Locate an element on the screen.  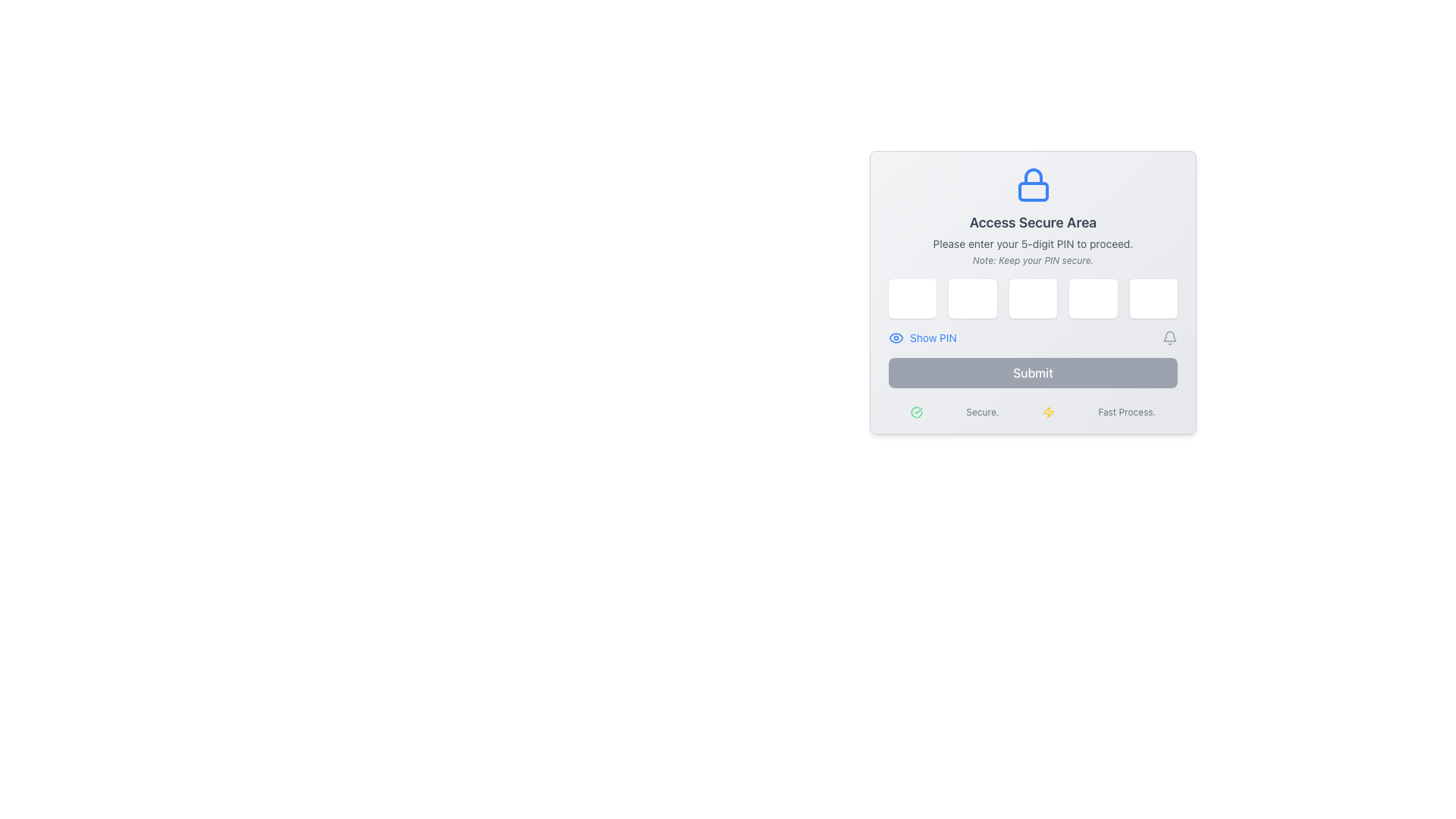
the static label displaying 'Fast Process.' which is the third text descriptor in a horizontal list beneath the main user form is located at coordinates (1127, 412).